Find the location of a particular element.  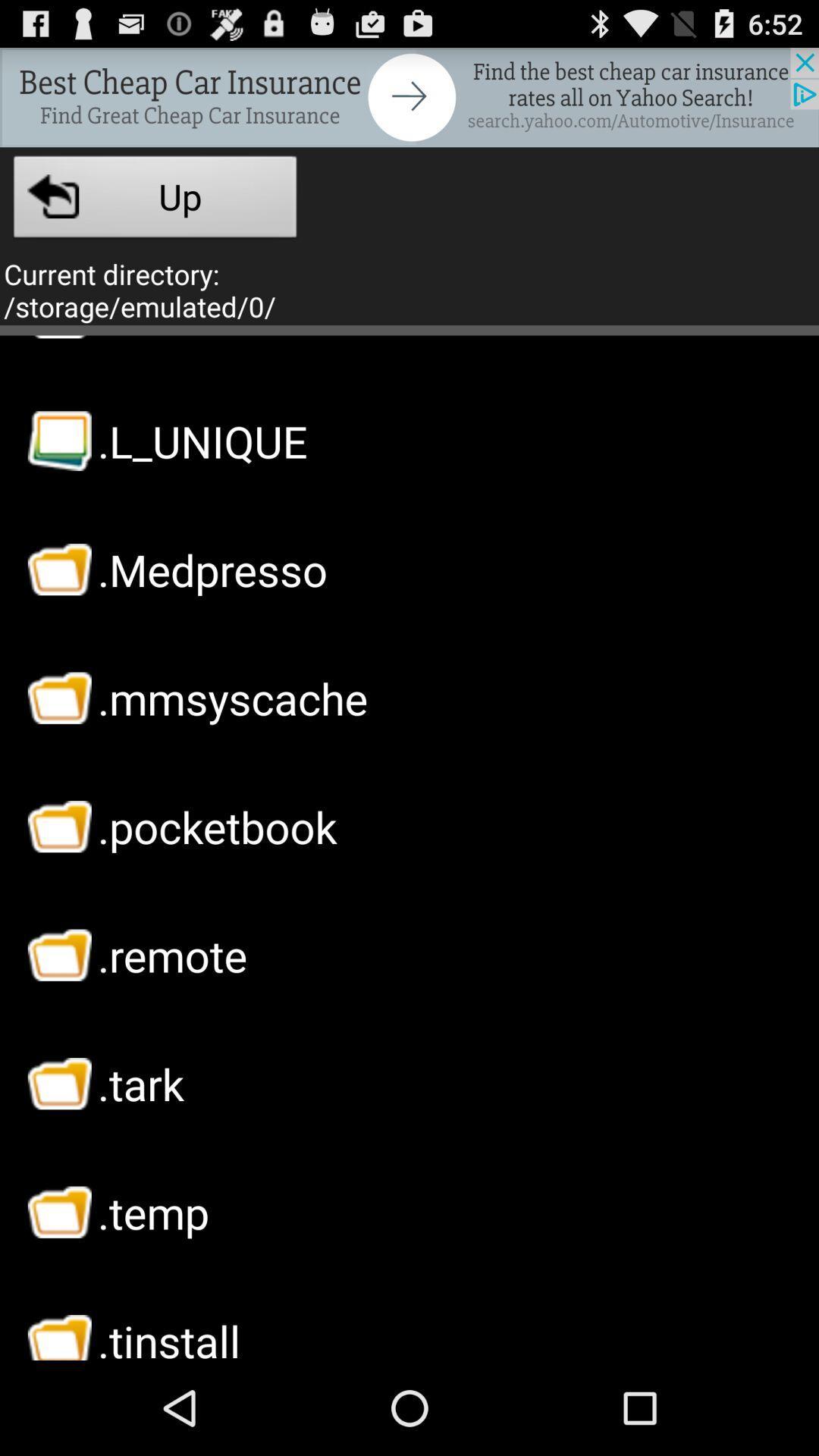

open advertisement is located at coordinates (409, 96).